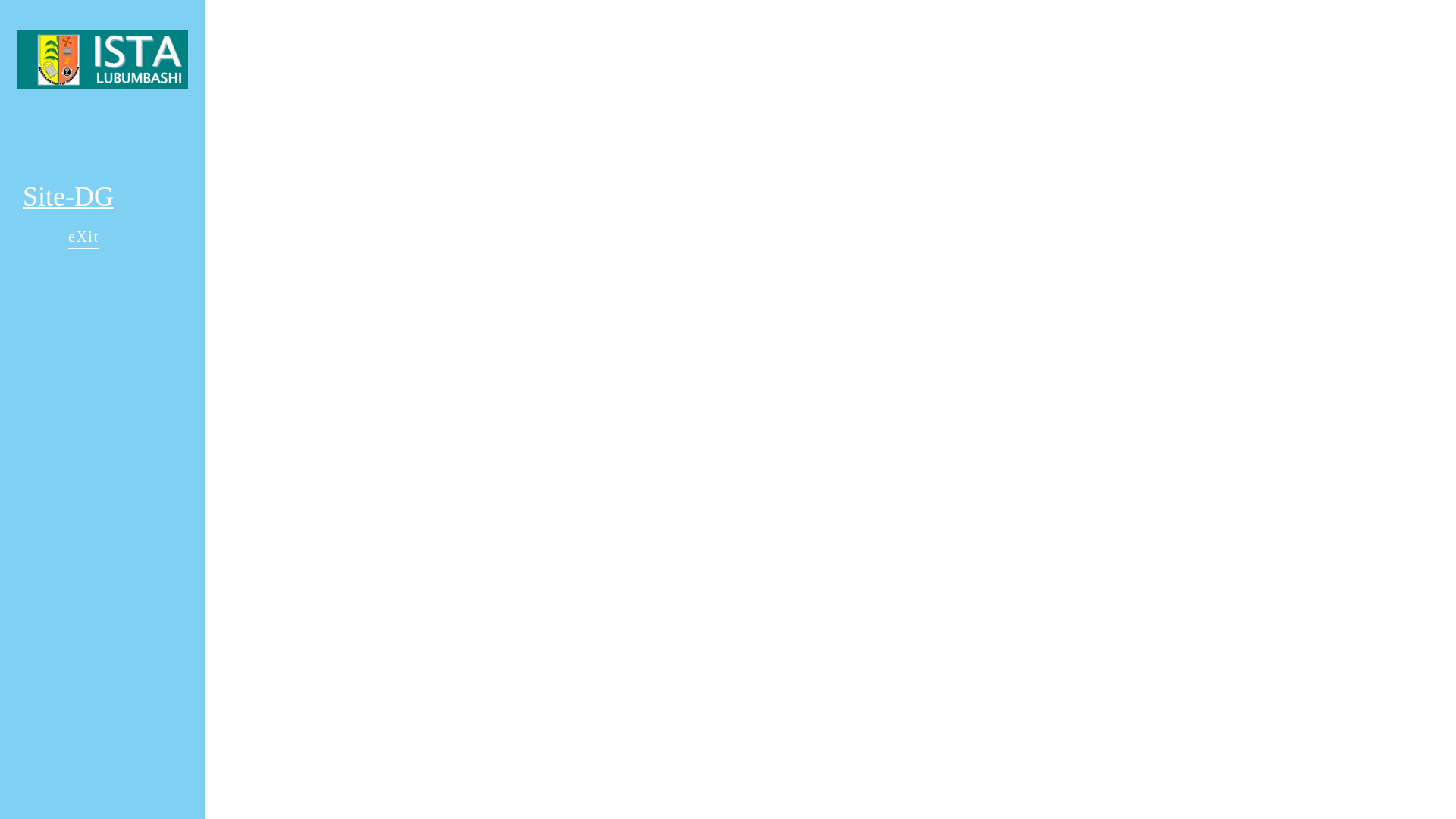  What do you see at coordinates (83, 238) in the screenshot?
I see `'eXit'` at bounding box center [83, 238].